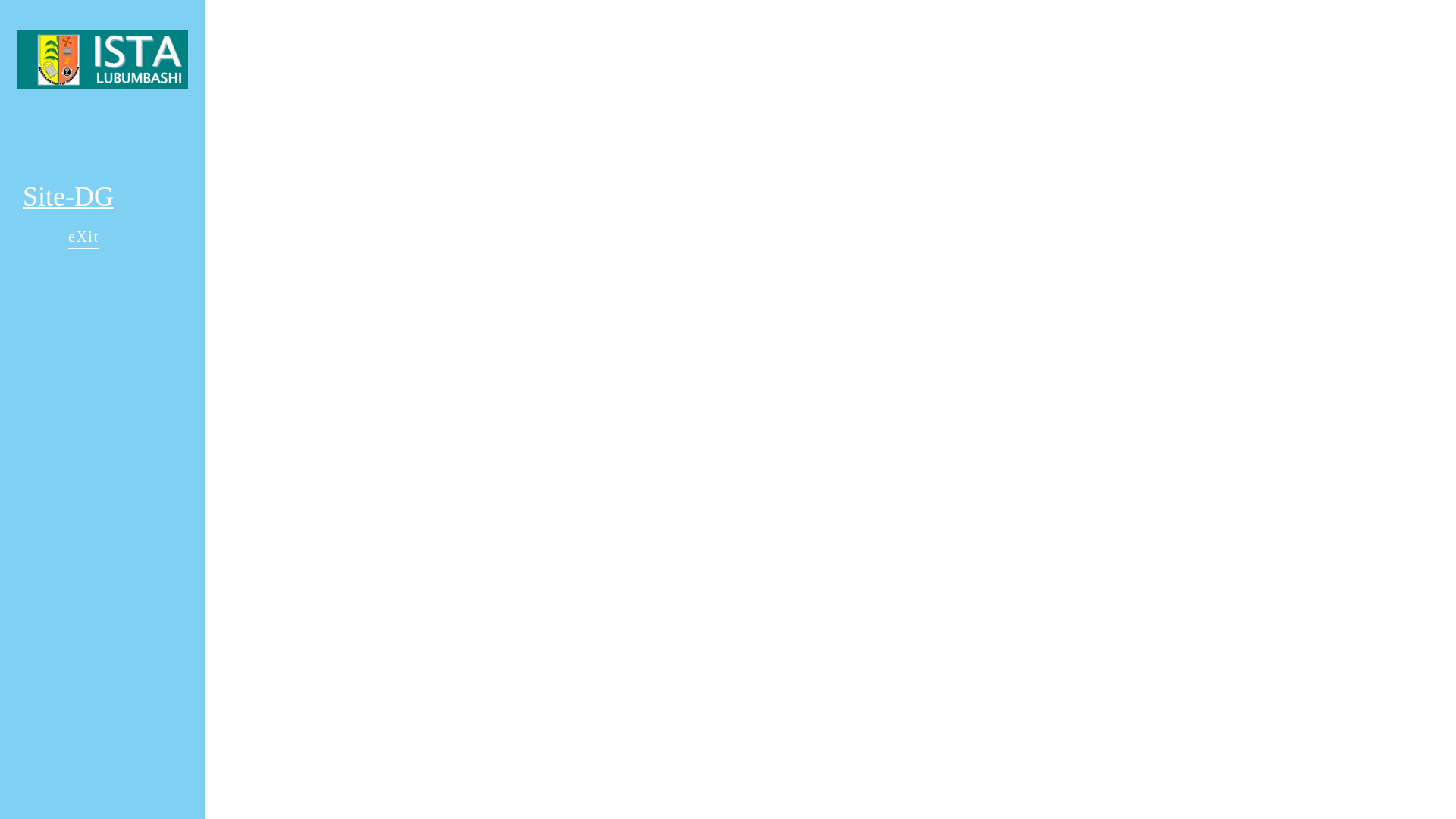  What do you see at coordinates (83, 238) in the screenshot?
I see `'eXit'` at bounding box center [83, 238].